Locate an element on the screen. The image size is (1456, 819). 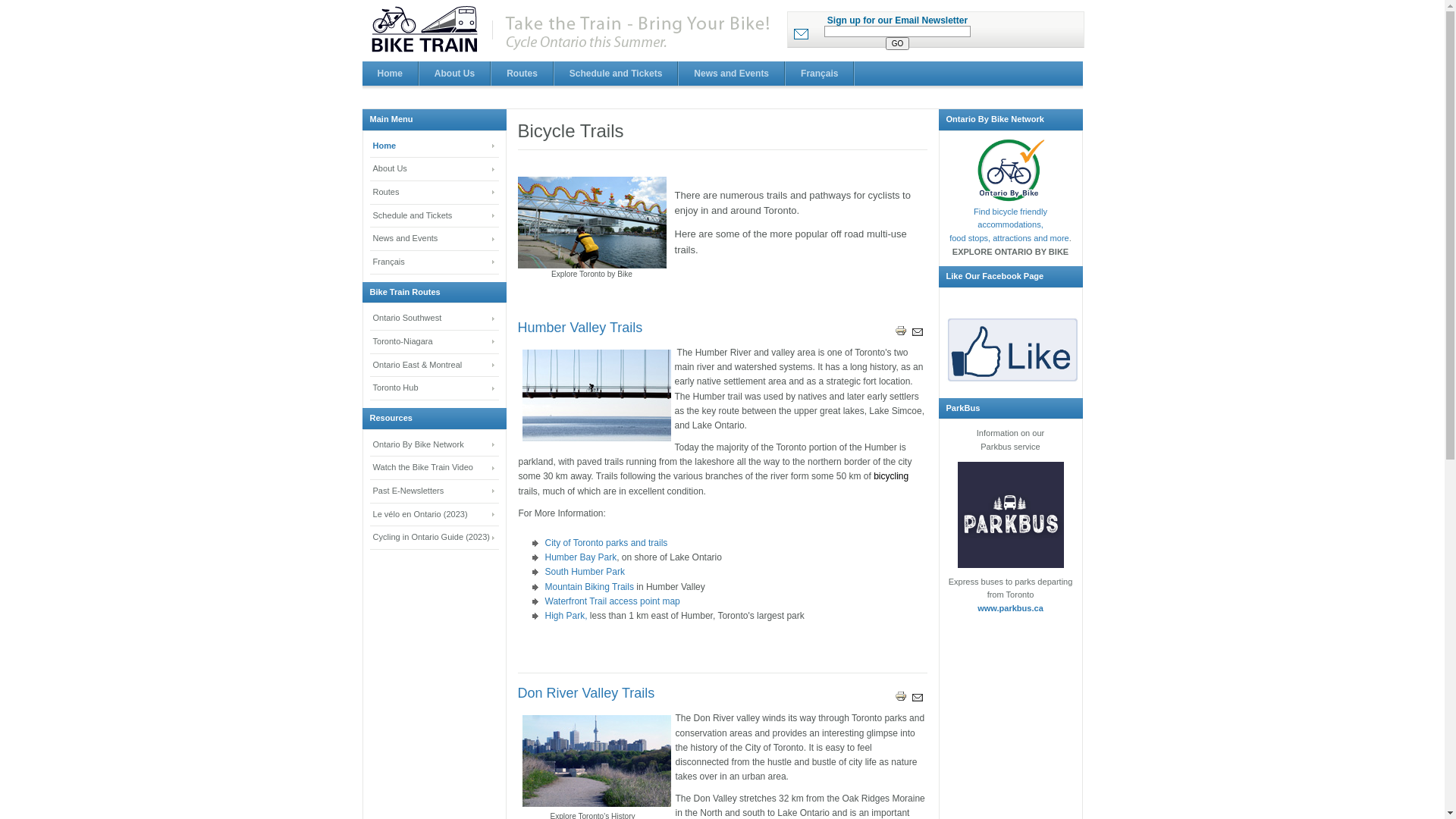
'Humber Bay Park' is located at coordinates (579, 557).